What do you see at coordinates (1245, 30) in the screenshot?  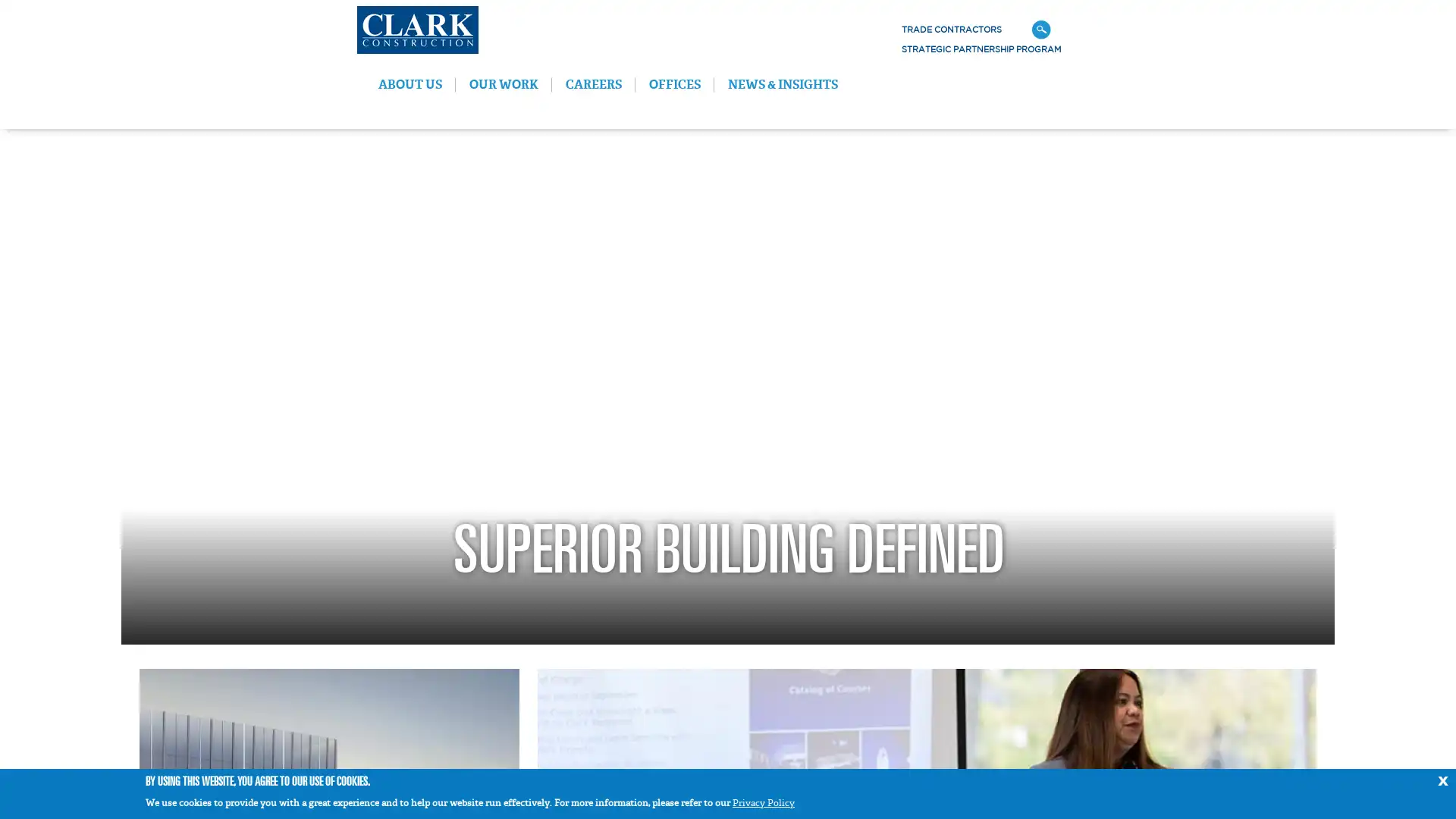 I see `Search` at bounding box center [1245, 30].